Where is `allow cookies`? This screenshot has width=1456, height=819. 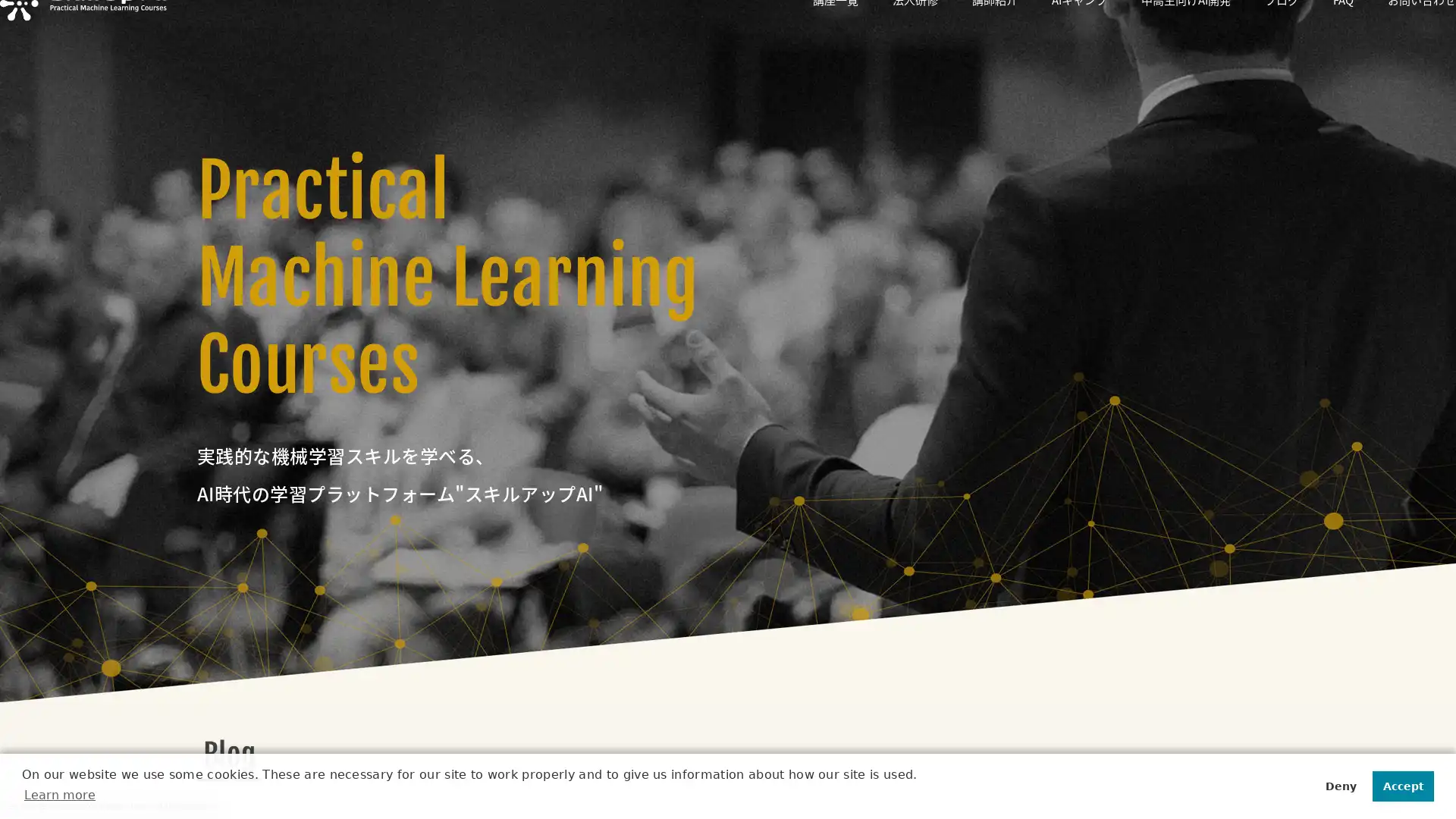 allow cookies is located at coordinates (1401, 785).